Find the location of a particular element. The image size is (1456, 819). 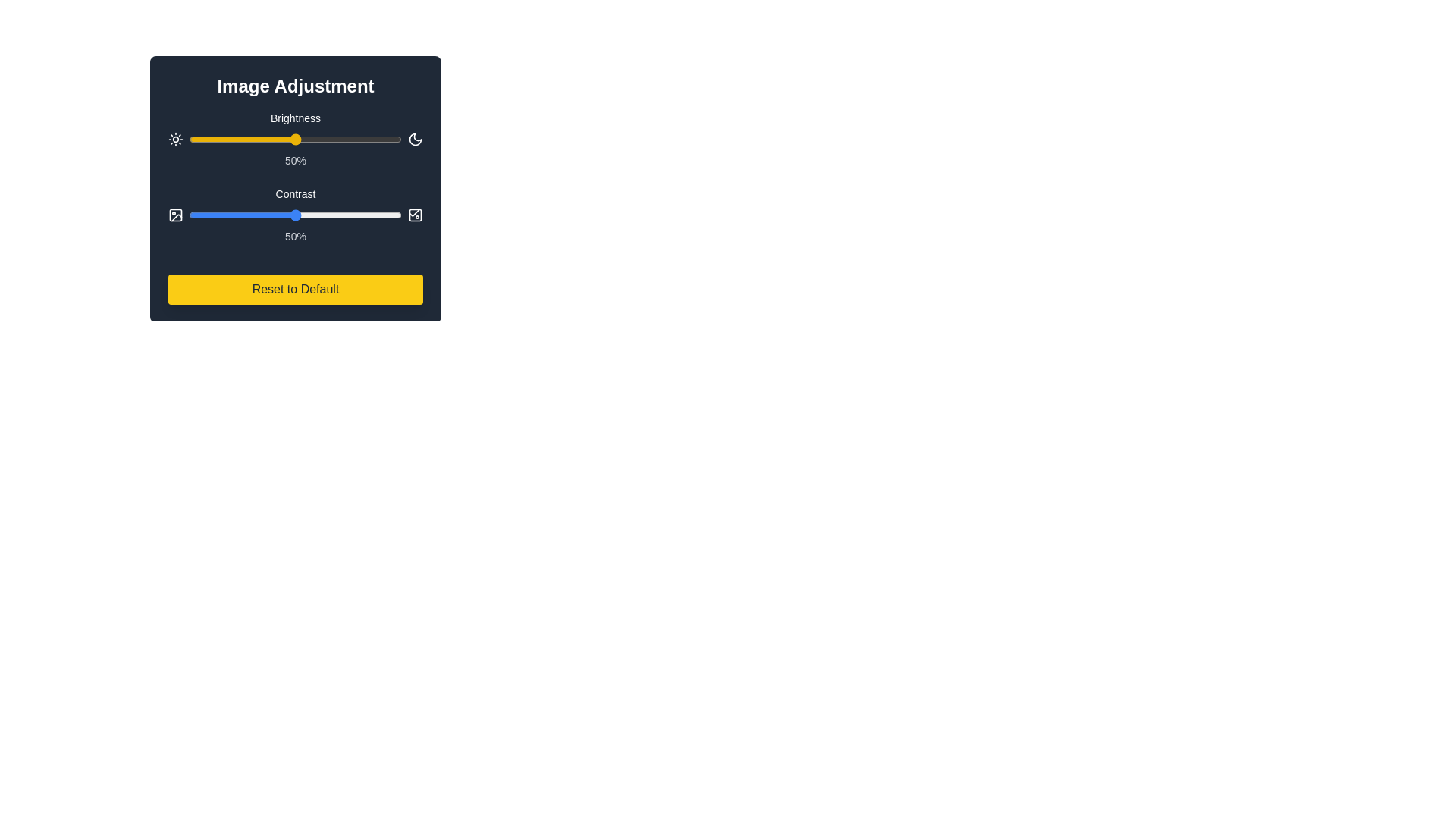

brightness is located at coordinates (295, 140).